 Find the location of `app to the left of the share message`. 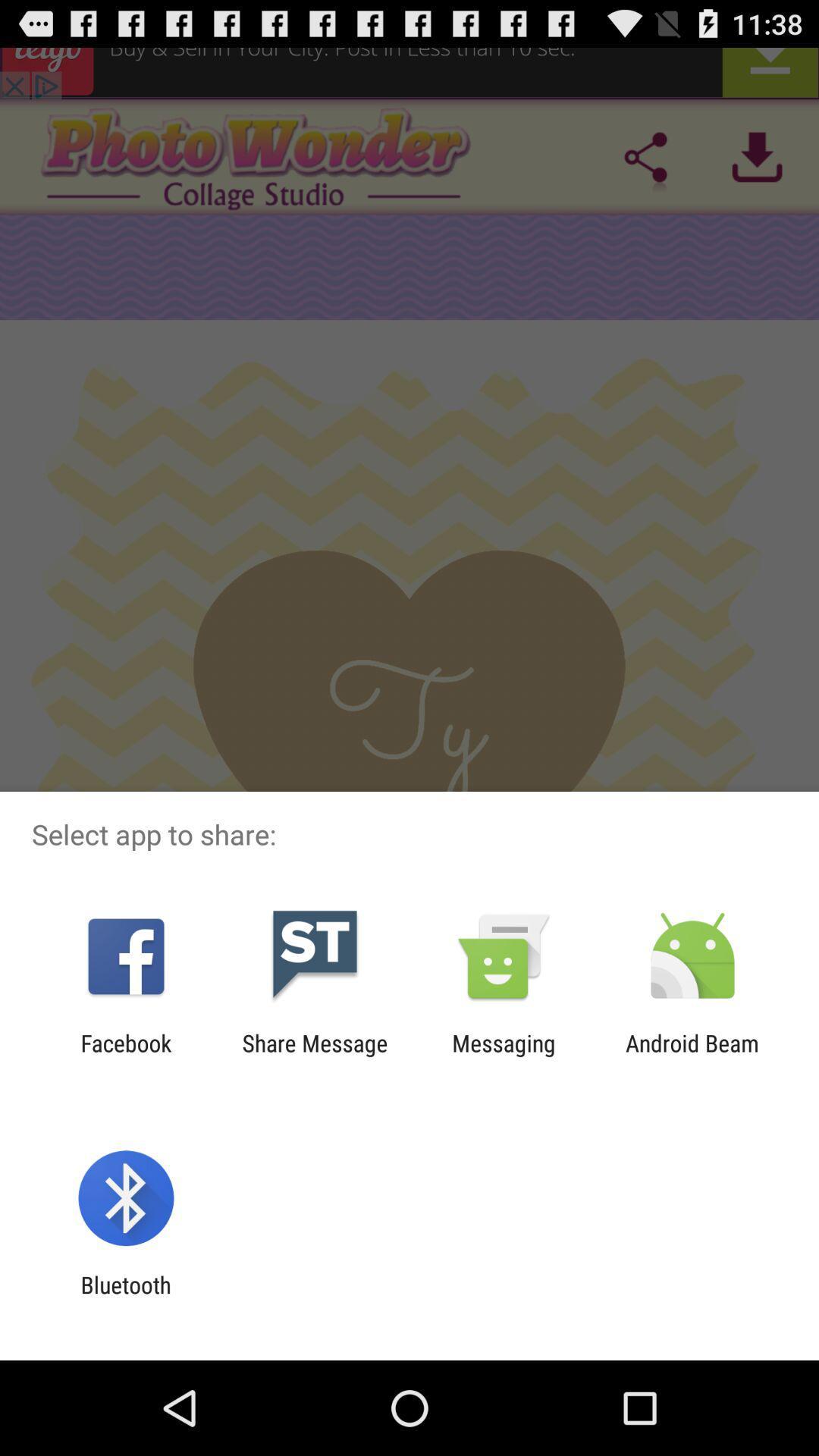

app to the left of the share message is located at coordinates (125, 1056).